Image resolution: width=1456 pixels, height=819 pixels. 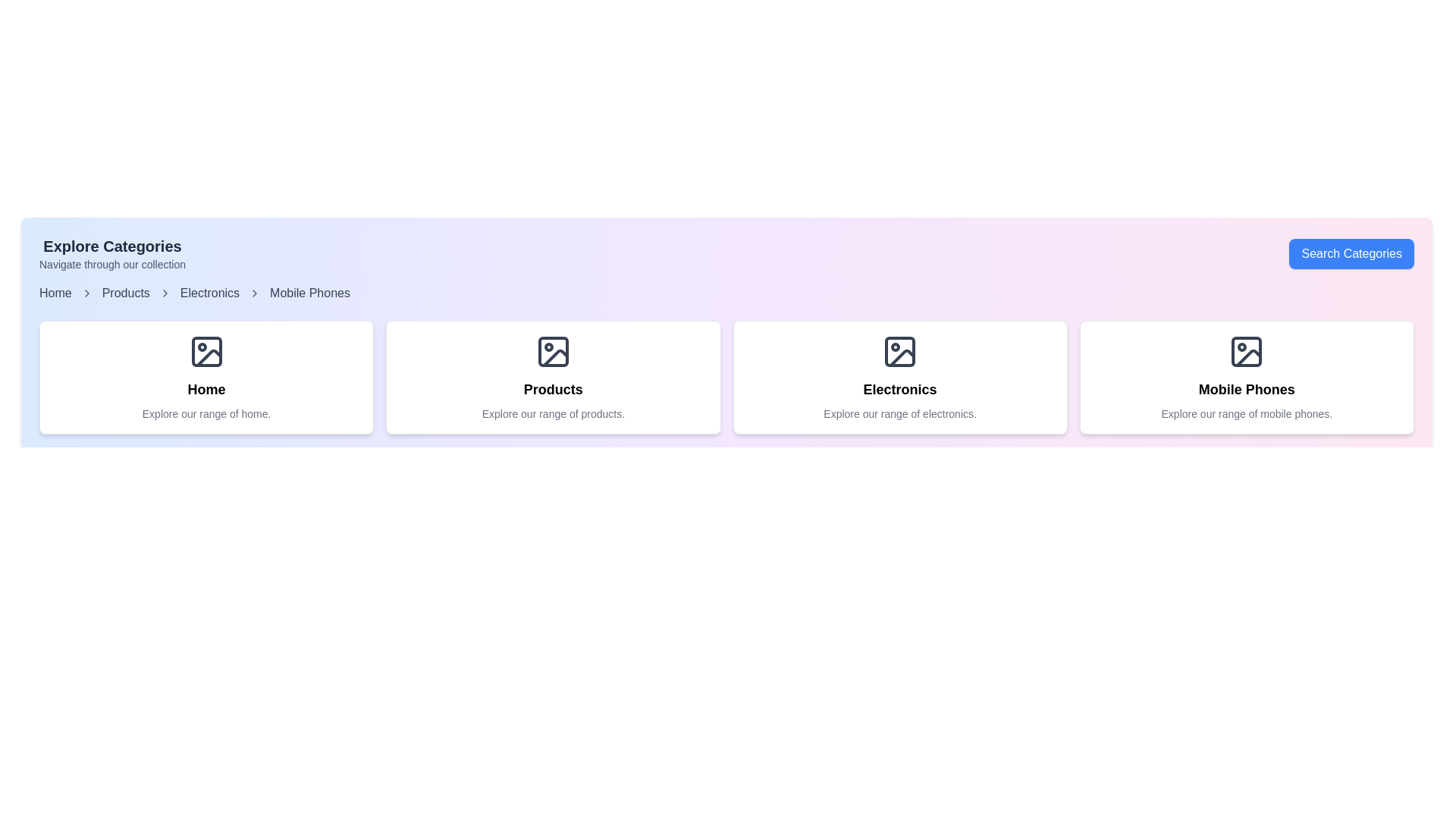 I want to click on the minimalistic photo icon located at the top of the 'Electronics' card, which is the third card in a row of four cards, so click(x=900, y=351).